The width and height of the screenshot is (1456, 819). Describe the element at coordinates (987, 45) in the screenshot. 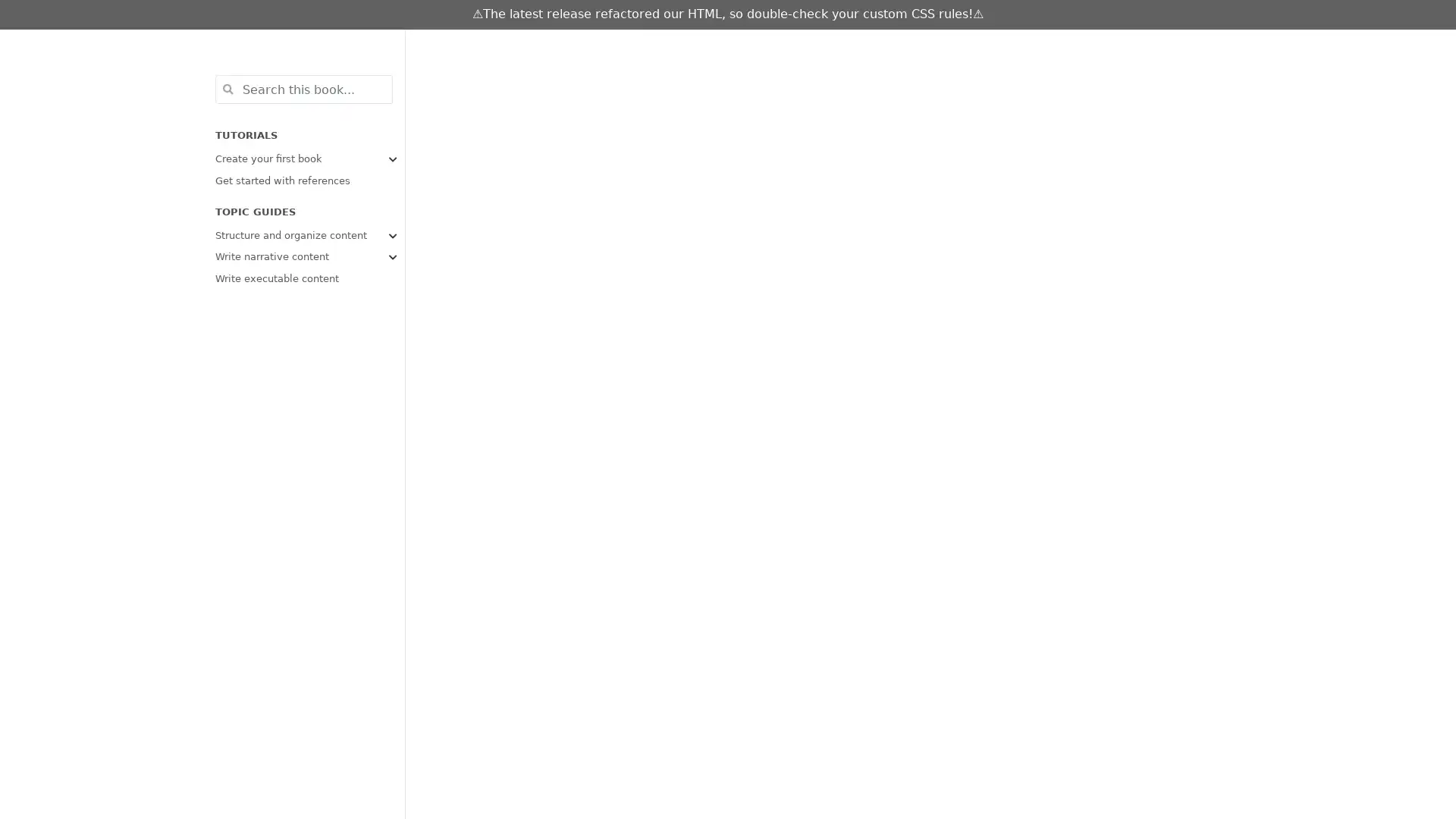

I see `Source repositories` at that location.